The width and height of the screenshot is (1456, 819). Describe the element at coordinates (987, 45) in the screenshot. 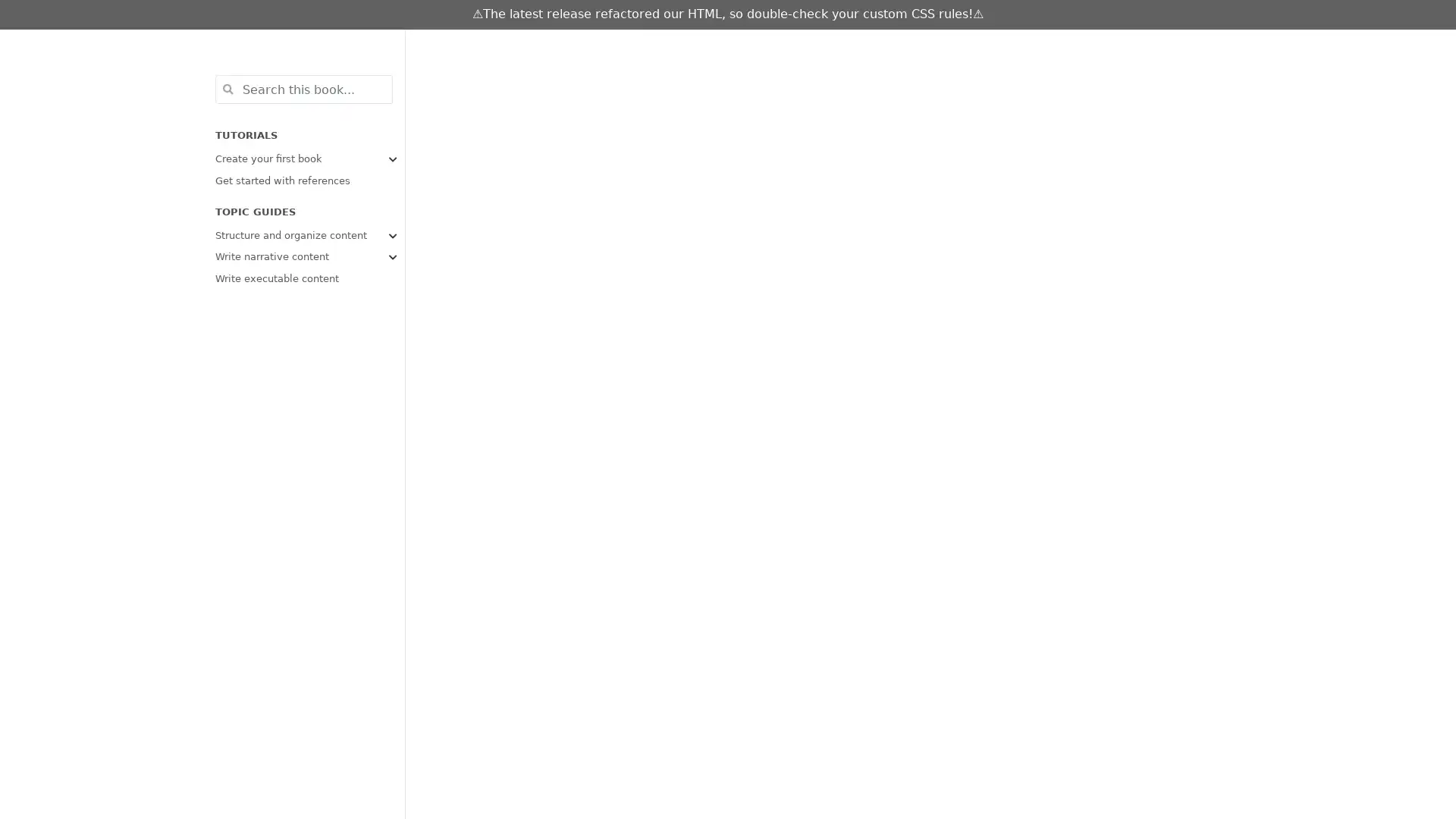

I see `Source repositories` at that location.